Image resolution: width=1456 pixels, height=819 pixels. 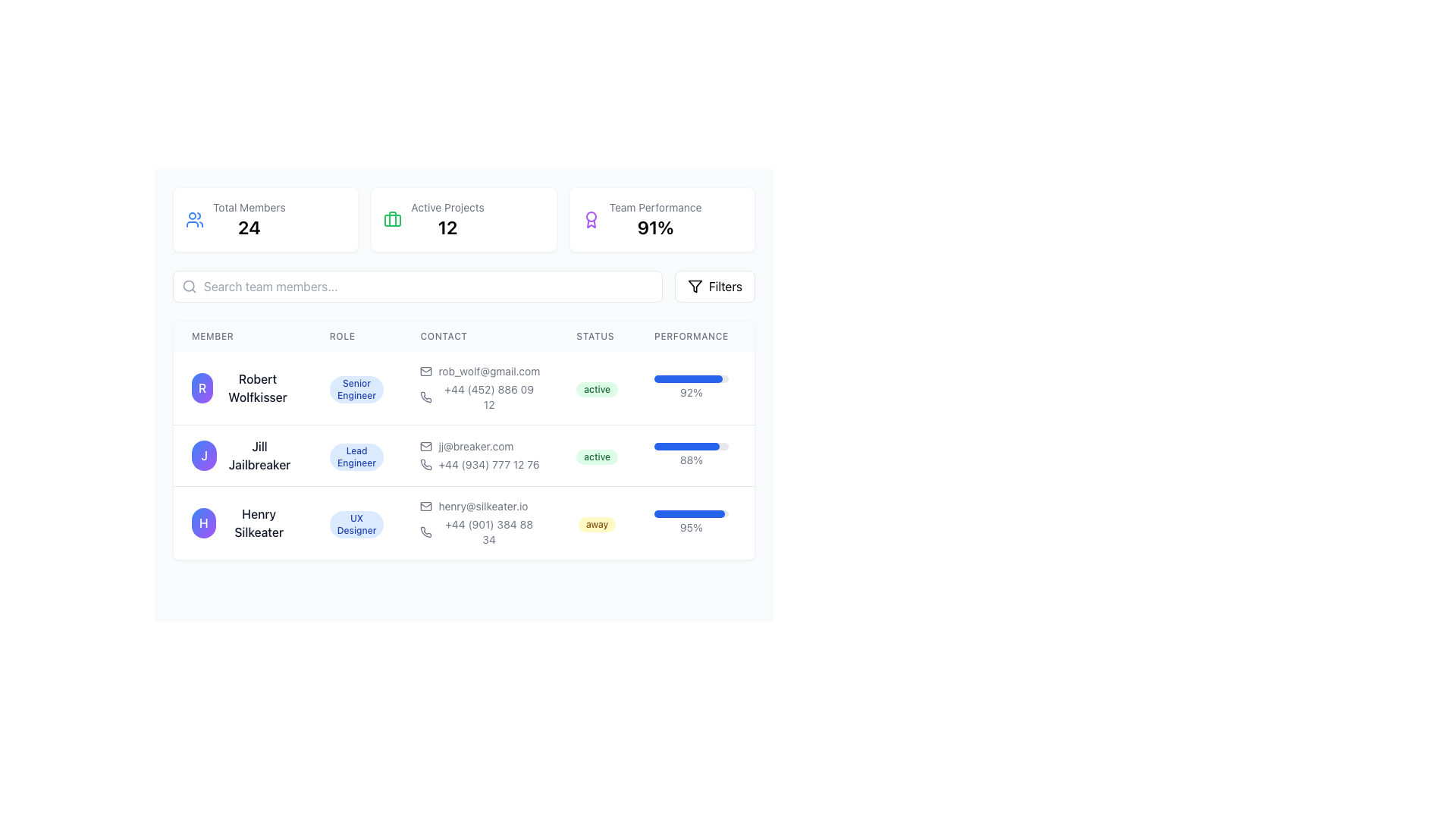 What do you see at coordinates (479, 371) in the screenshot?
I see `the text displaying an email address, which is styled in a small, gray font and accompanied by an email icon` at bounding box center [479, 371].